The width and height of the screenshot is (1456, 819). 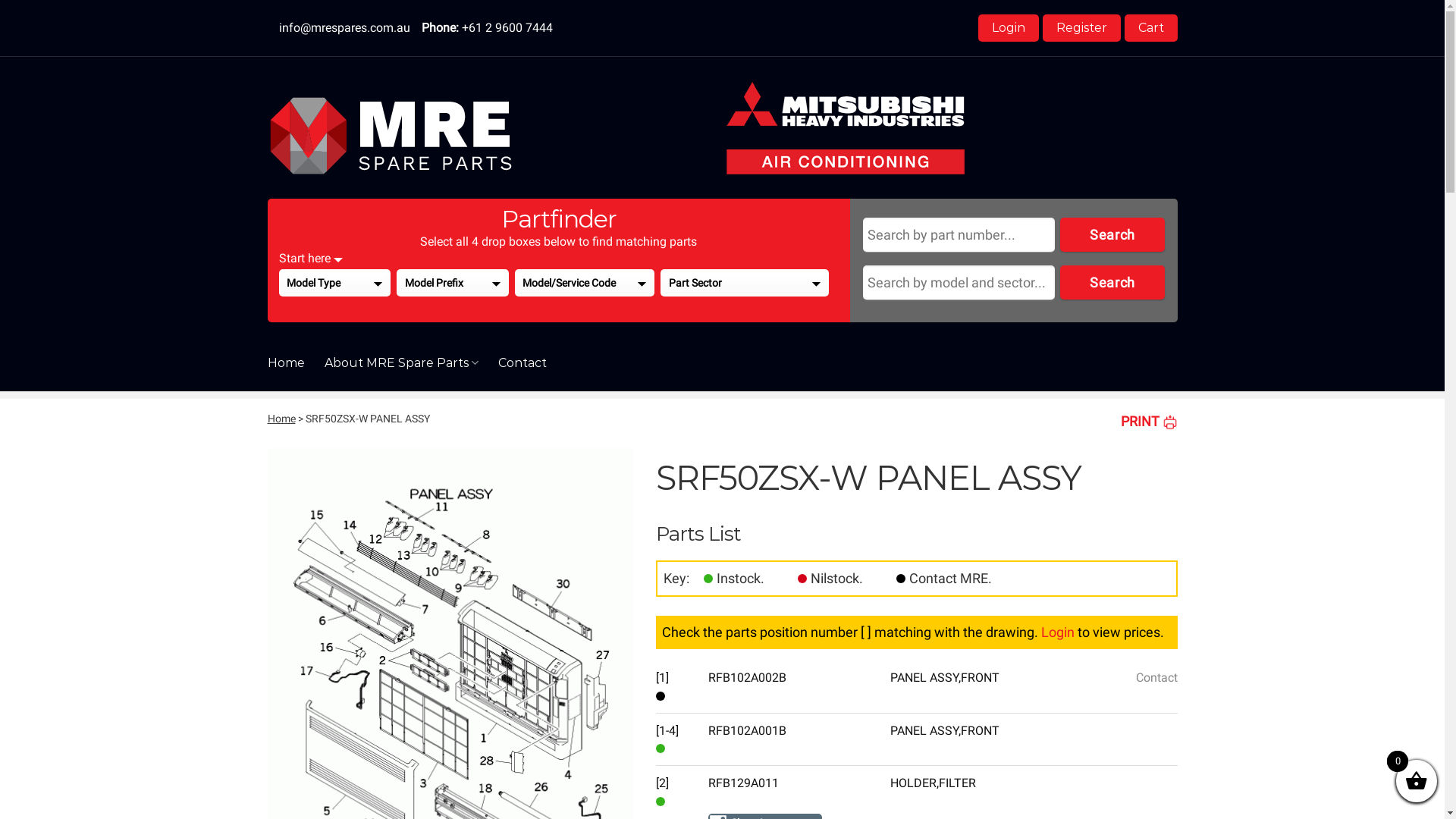 What do you see at coordinates (1149, 421) in the screenshot?
I see `'PRINT'` at bounding box center [1149, 421].